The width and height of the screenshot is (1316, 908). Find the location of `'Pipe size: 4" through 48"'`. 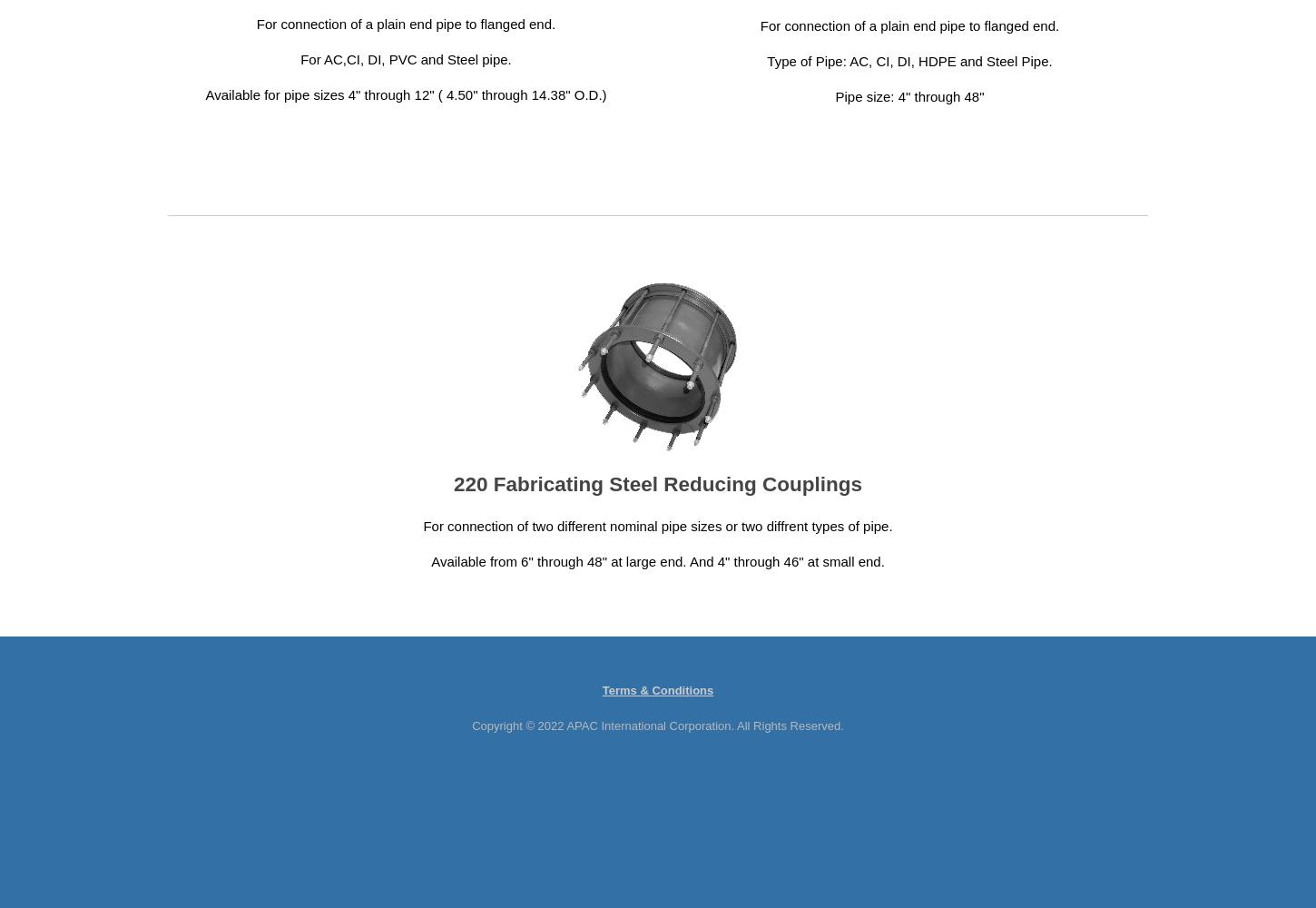

'Pipe size: 4" through 48"' is located at coordinates (908, 95).